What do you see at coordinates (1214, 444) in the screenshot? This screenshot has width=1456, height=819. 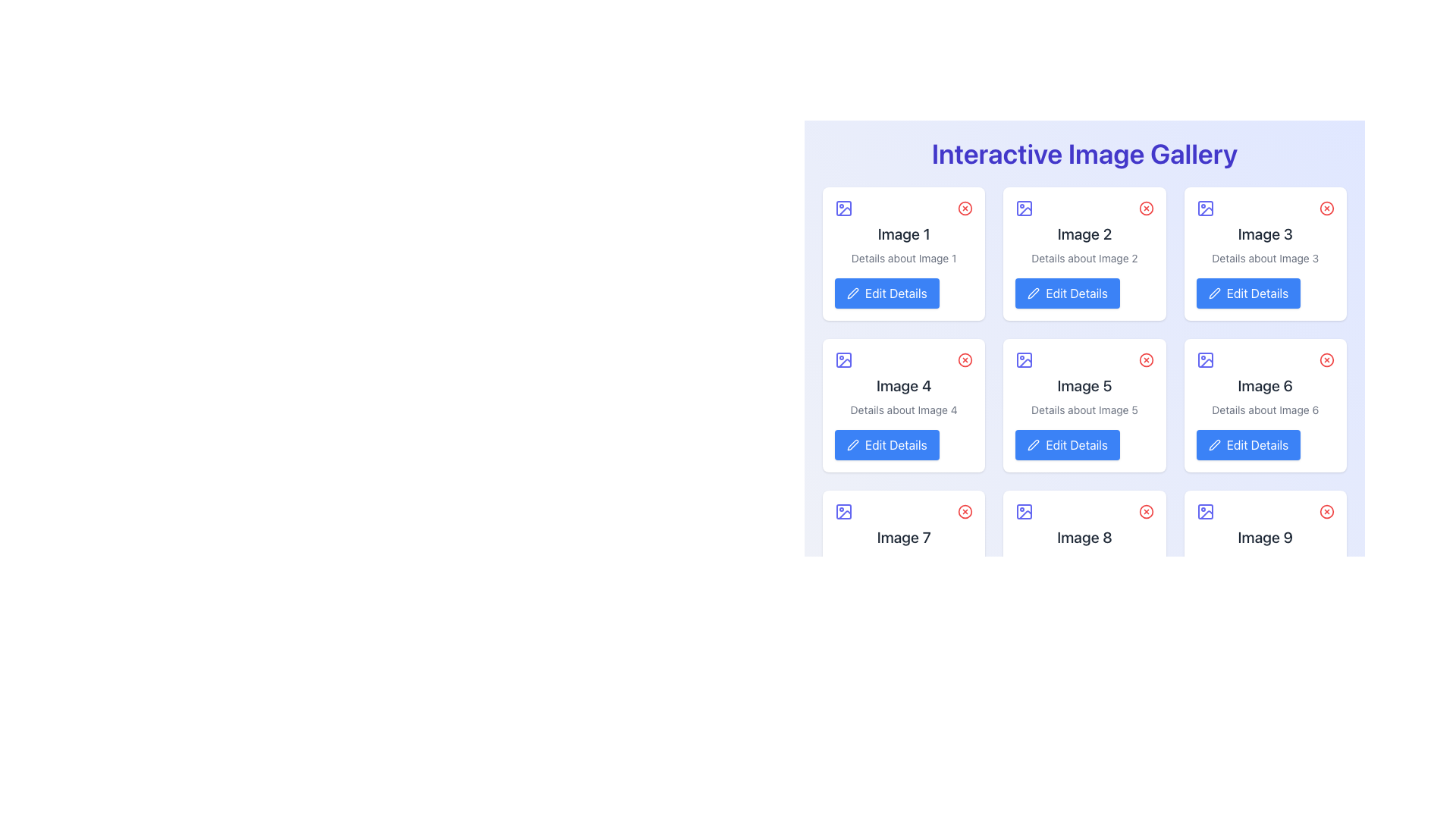 I see `the design and function of the graphic icon representing the action of editing, which is part of the blue 'Edit Details' button associated with 'Image 6' in the grid layout` at bounding box center [1214, 444].